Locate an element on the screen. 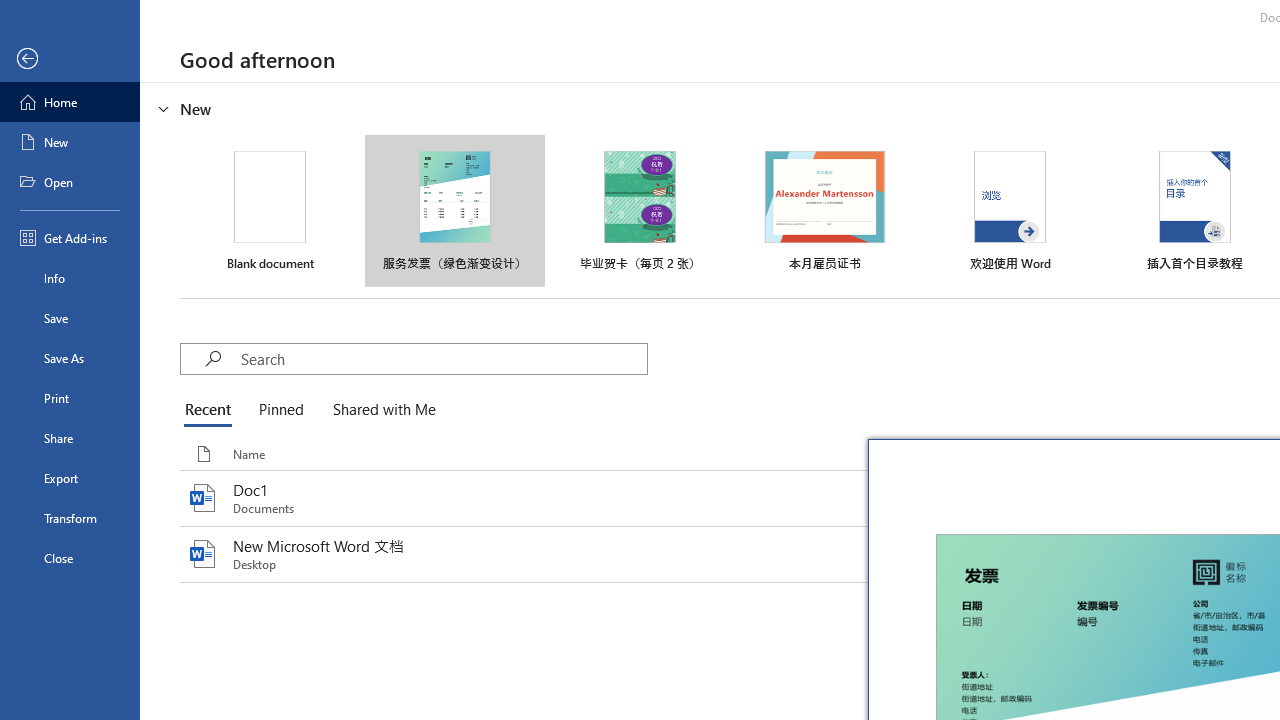  'Get Add-ins' is located at coordinates (69, 236).